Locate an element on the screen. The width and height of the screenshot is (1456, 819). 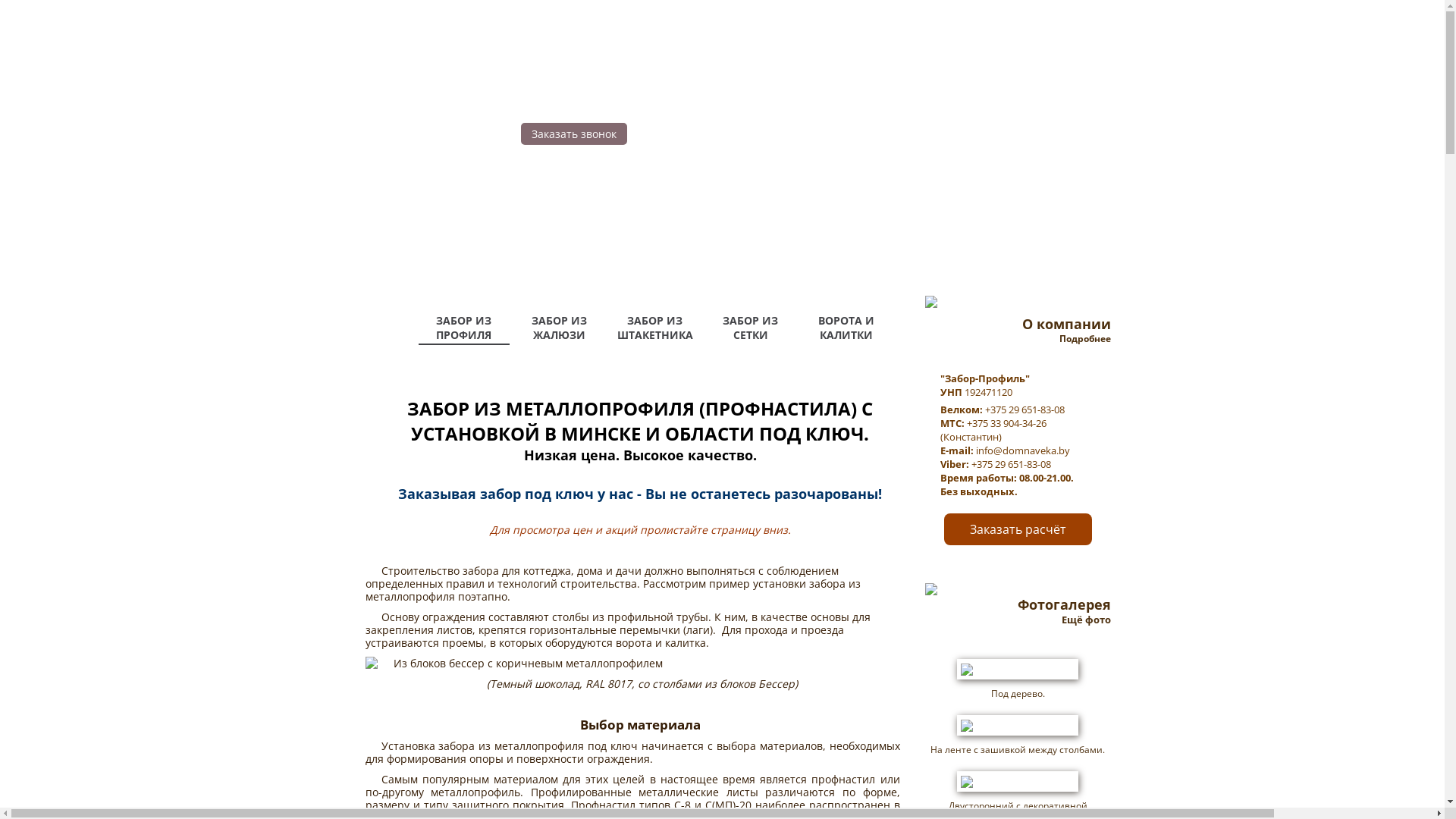
'+375 29 651-83-08' is located at coordinates (1010, 463).